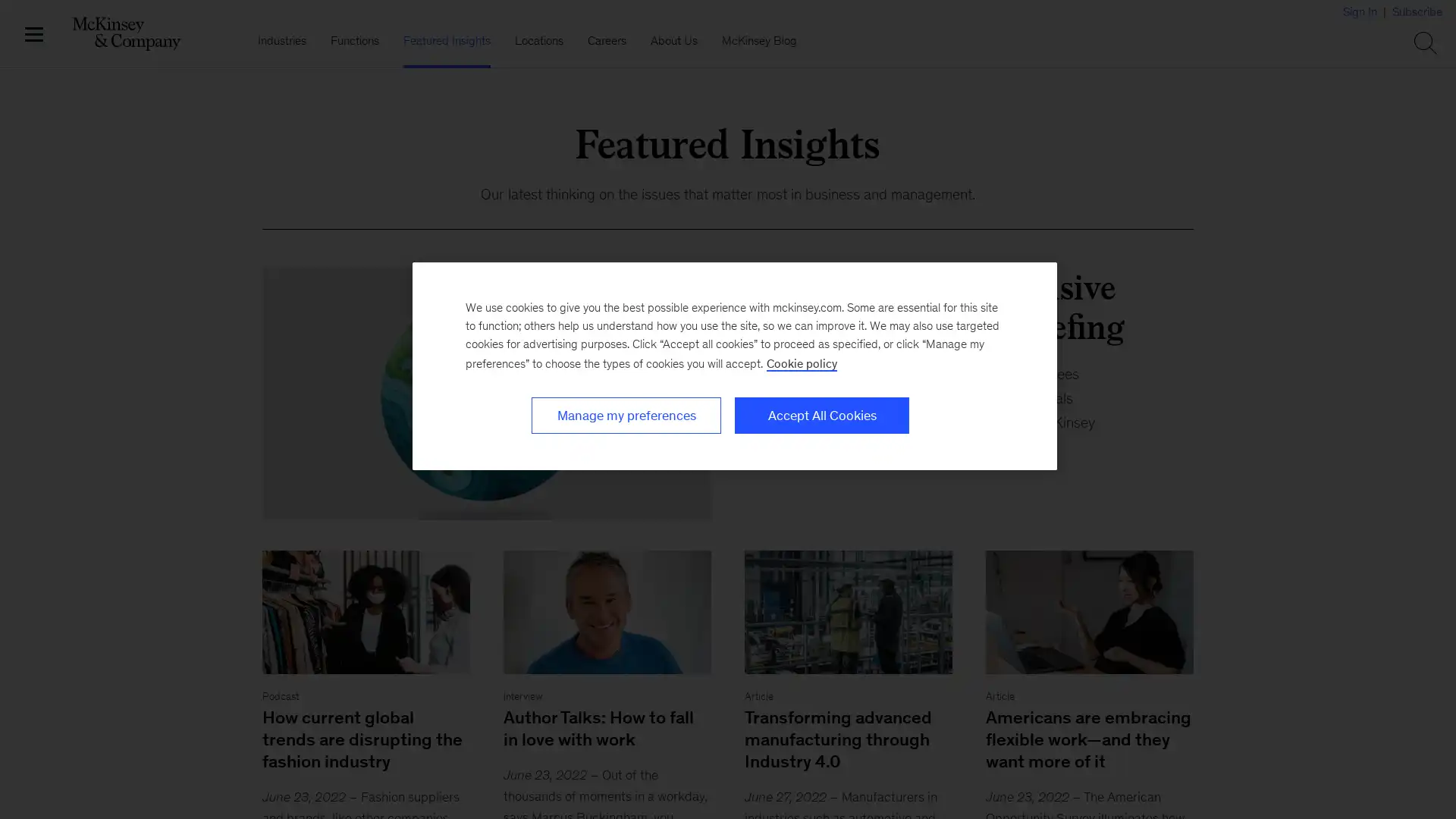  Describe the element at coordinates (626, 415) in the screenshot. I see `Manage my preferences` at that location.